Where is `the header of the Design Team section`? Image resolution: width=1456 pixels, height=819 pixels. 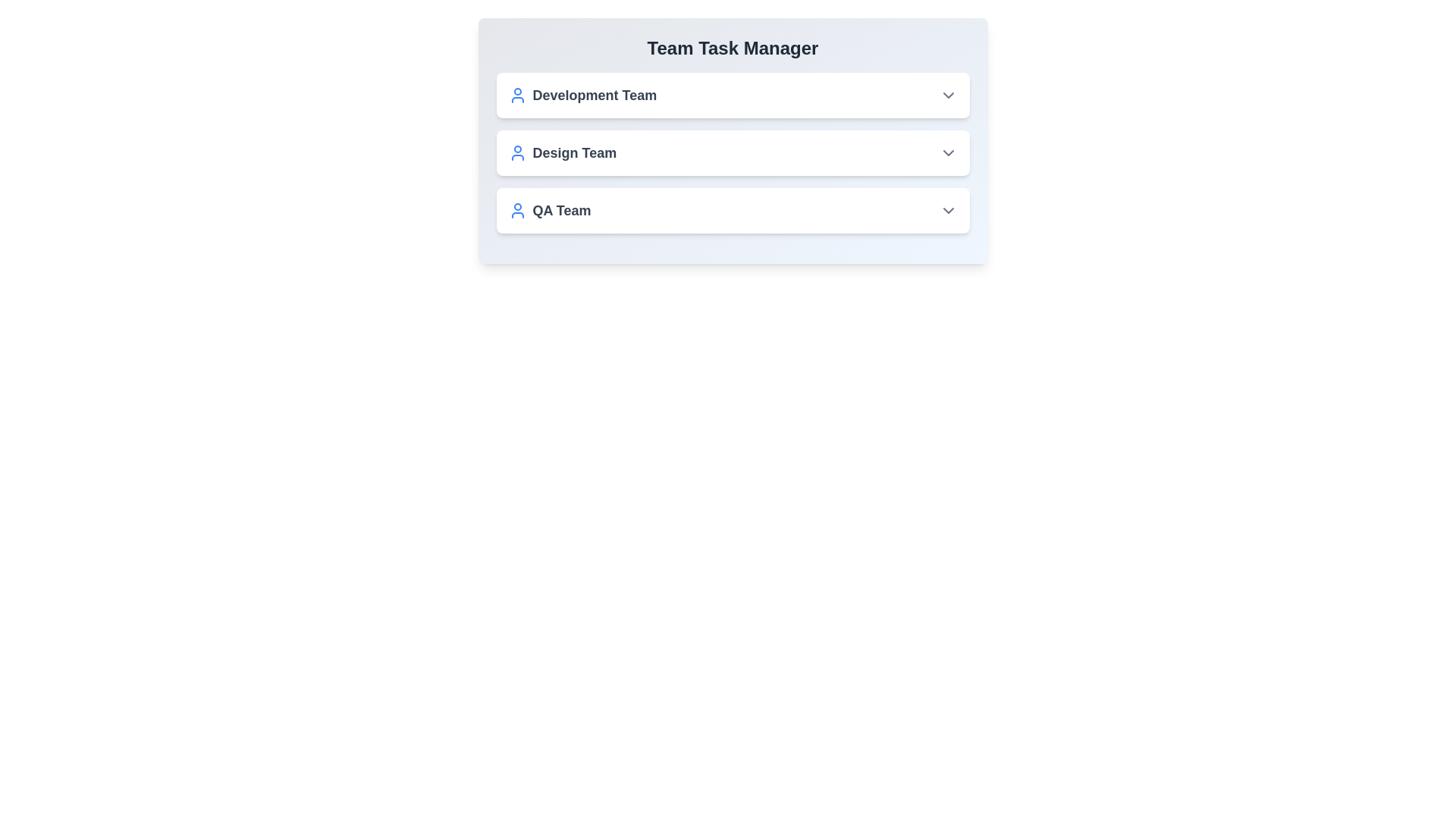 the header of the Design Team section is located at coordinates (733, 152).